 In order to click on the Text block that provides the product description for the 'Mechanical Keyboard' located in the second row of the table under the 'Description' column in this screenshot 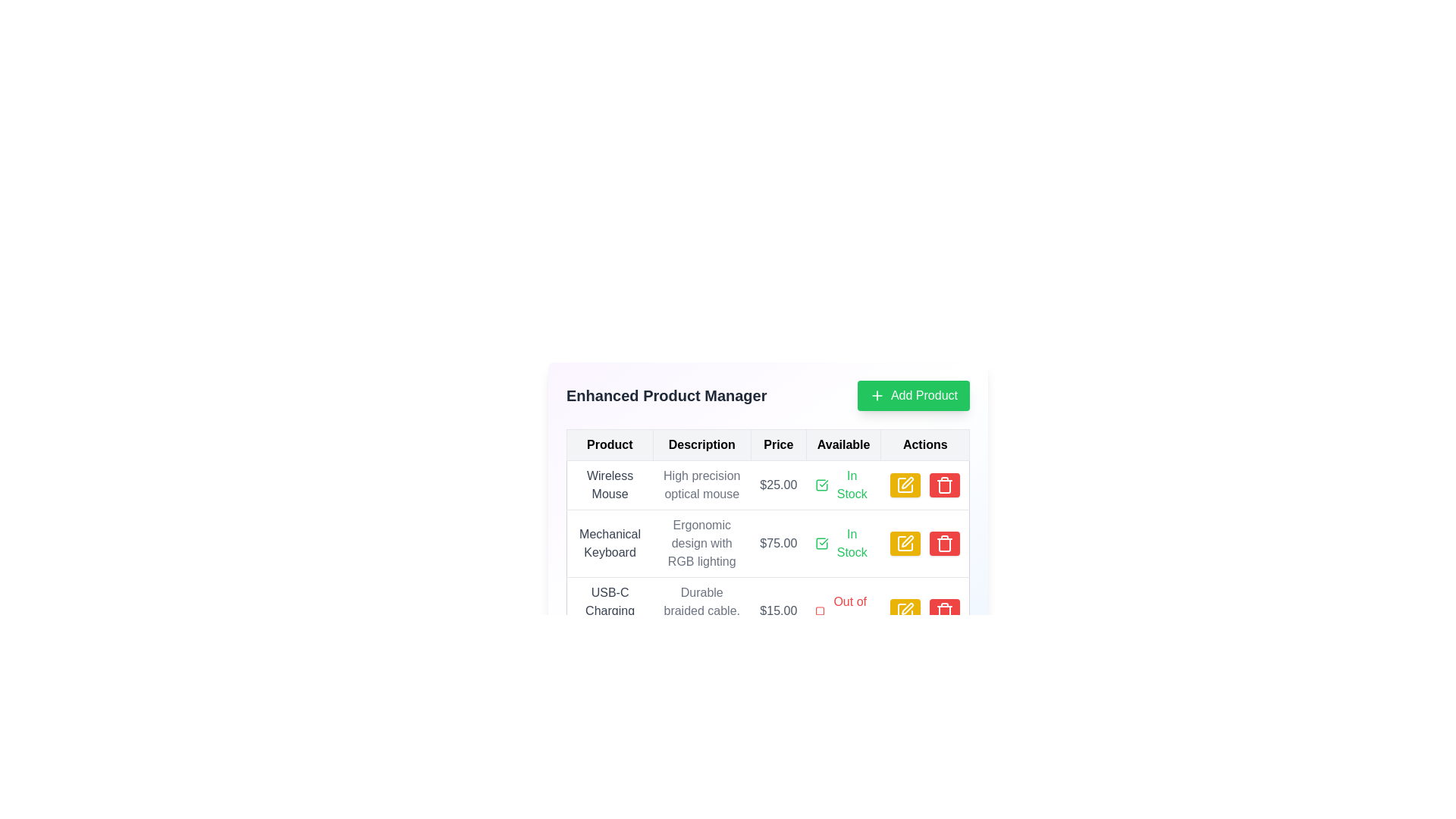, I will do `click(701, 543)`.